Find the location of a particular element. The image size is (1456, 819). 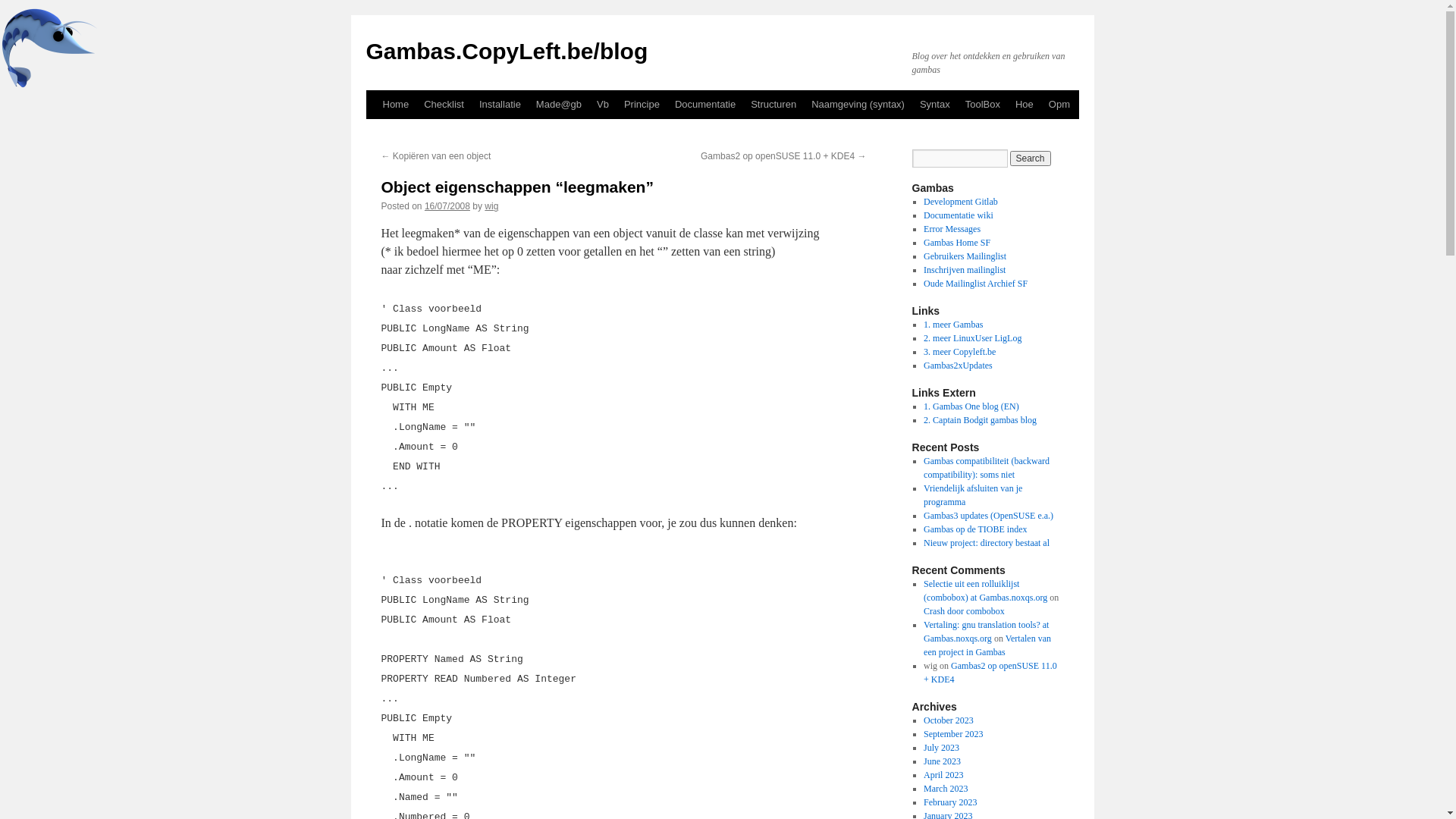

'Gambas.CopyLeft.be/blog' is located at coordinates (506, 50).